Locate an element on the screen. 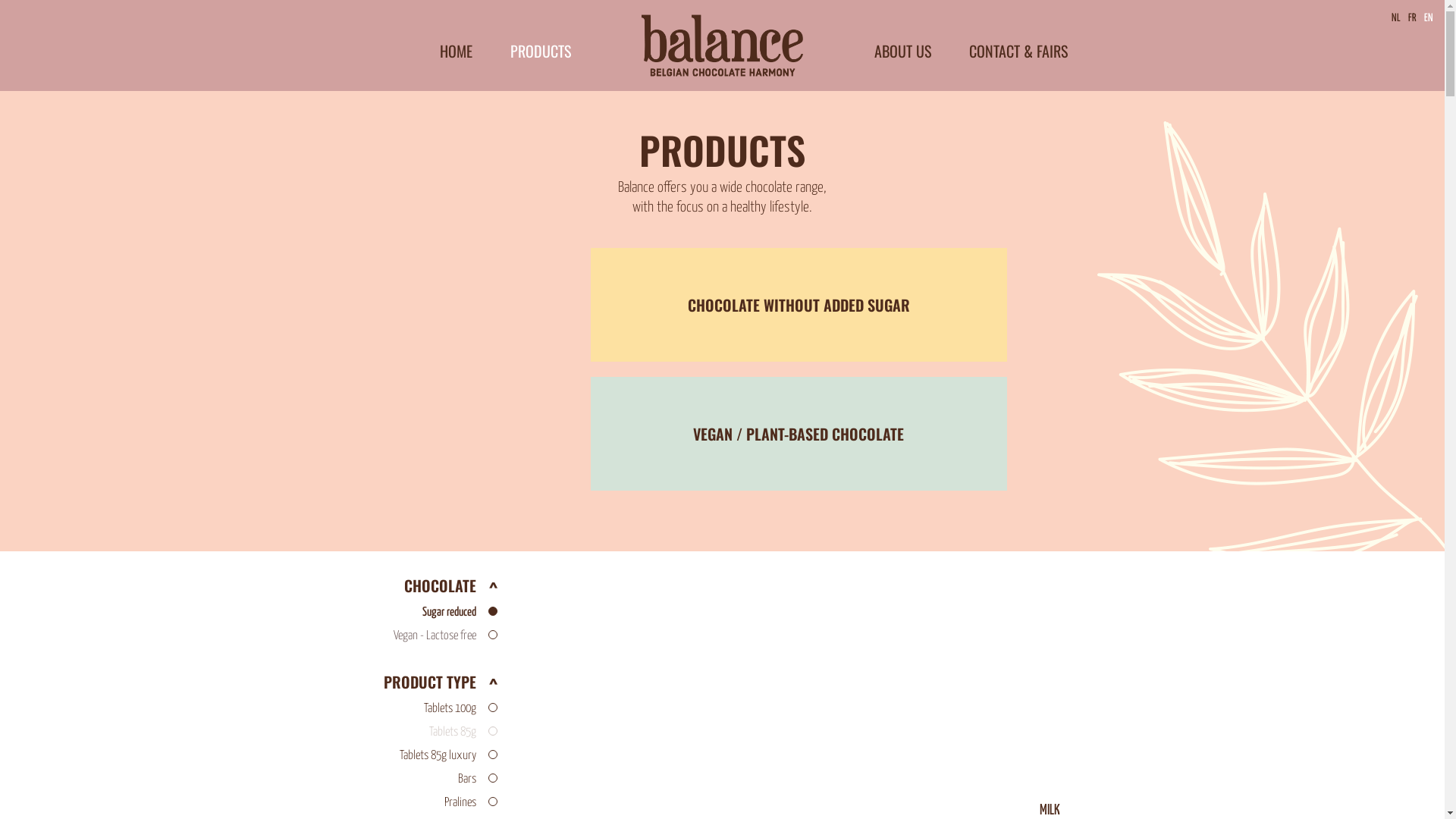 The width and height of the screenshot is (1456, 819). 'HOME' is located at coordinates (455, 49).